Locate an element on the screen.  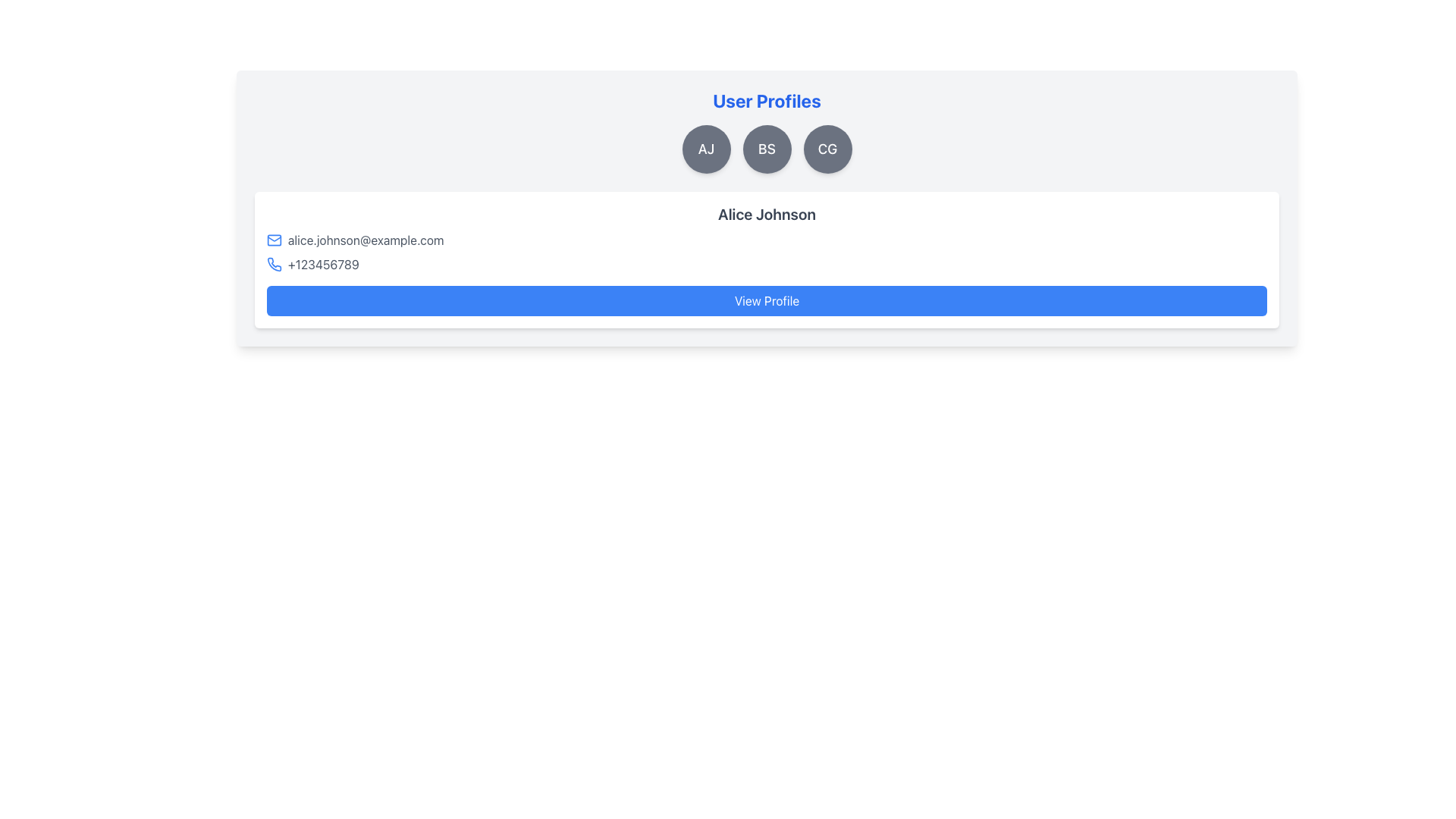
the Text Label that serves as a title for the user profile section, located at the top of the user profile card, above the circular initials (AJ, BS, CG) is located at coordinates (767, 100).